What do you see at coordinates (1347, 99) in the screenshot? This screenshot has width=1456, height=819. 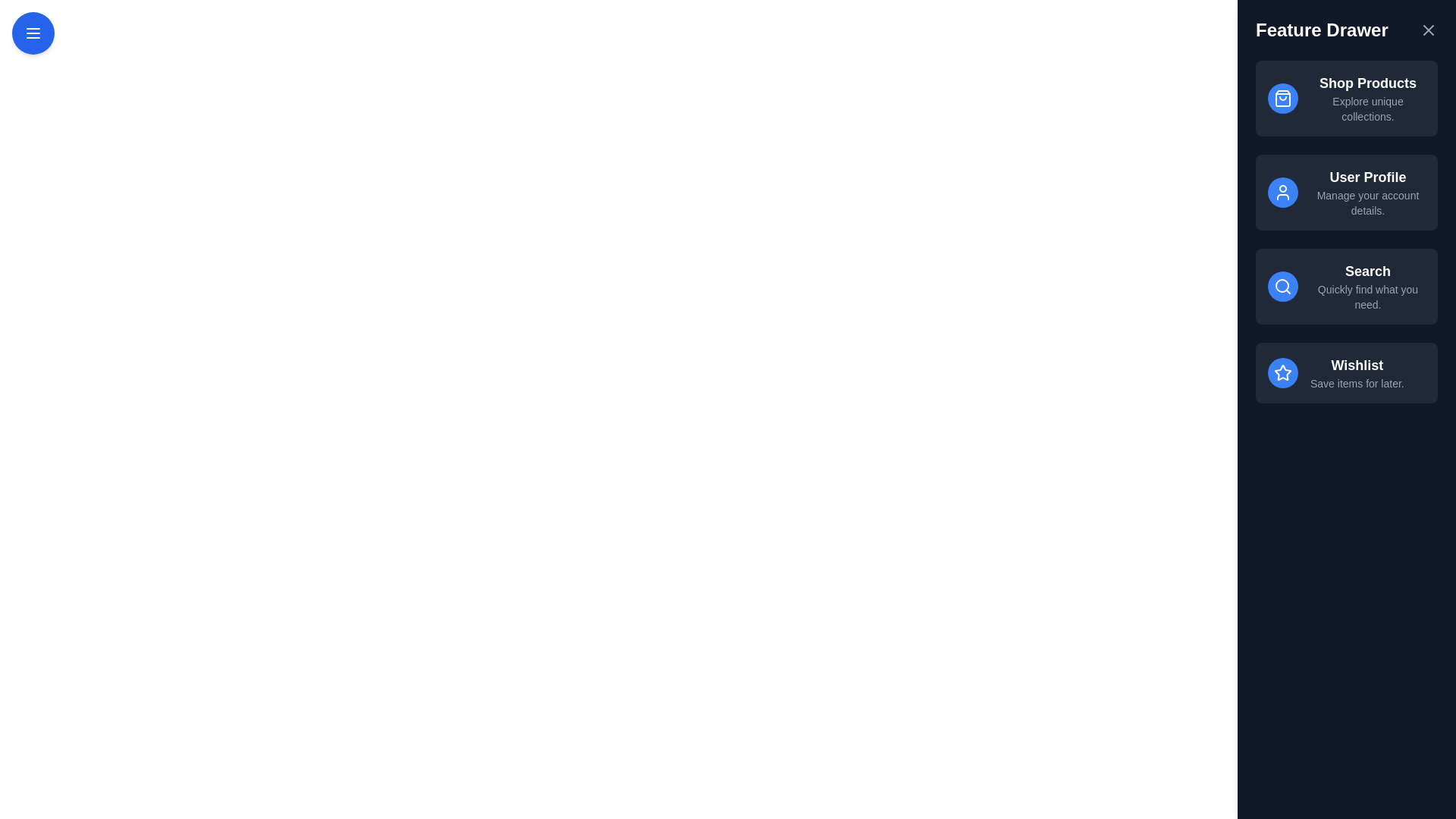 I see `the feature item Shop Products to highlight it` at bounding box center [1347, 99].